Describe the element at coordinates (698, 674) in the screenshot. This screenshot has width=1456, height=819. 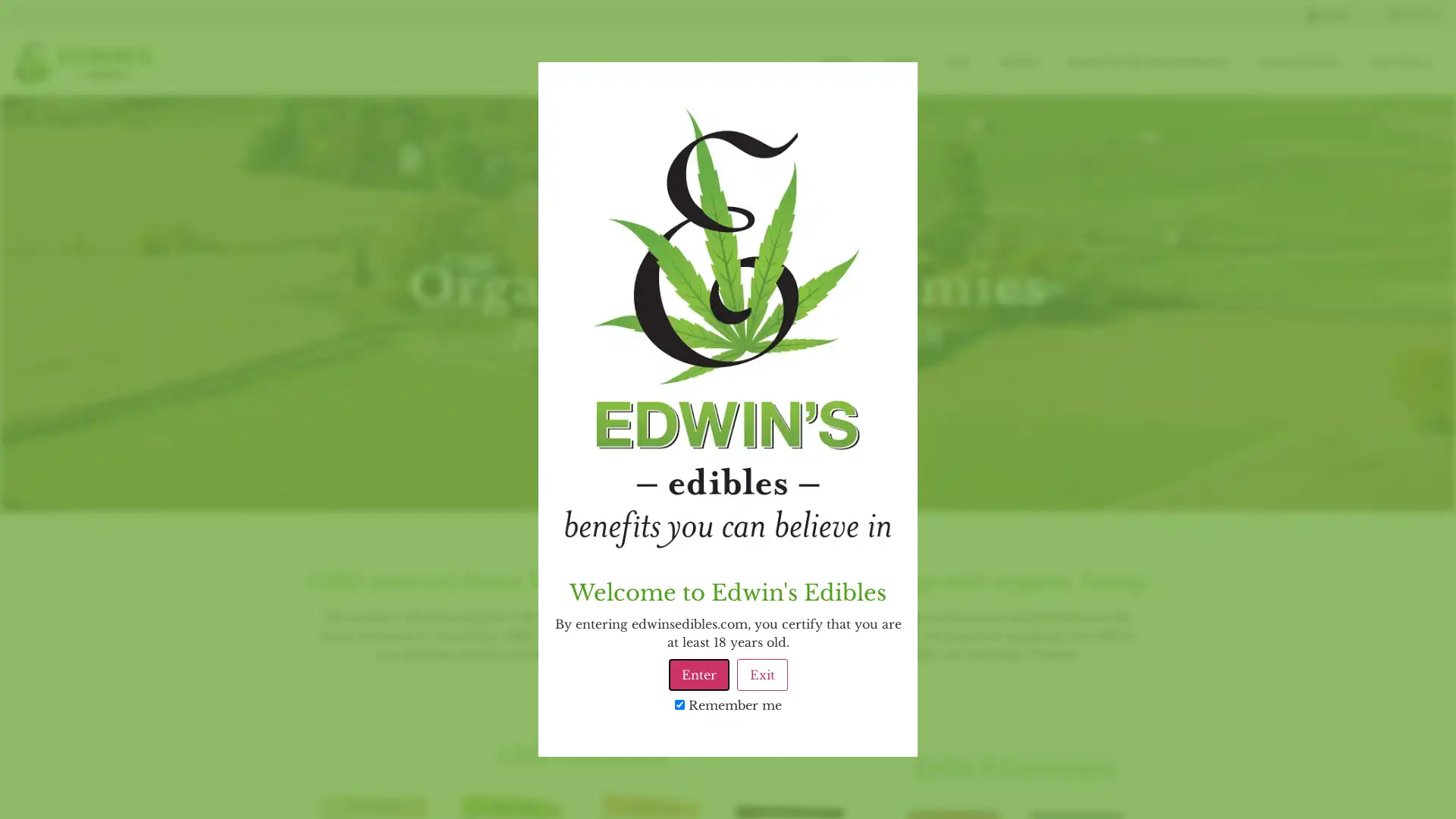
I see `Enter` at that location.